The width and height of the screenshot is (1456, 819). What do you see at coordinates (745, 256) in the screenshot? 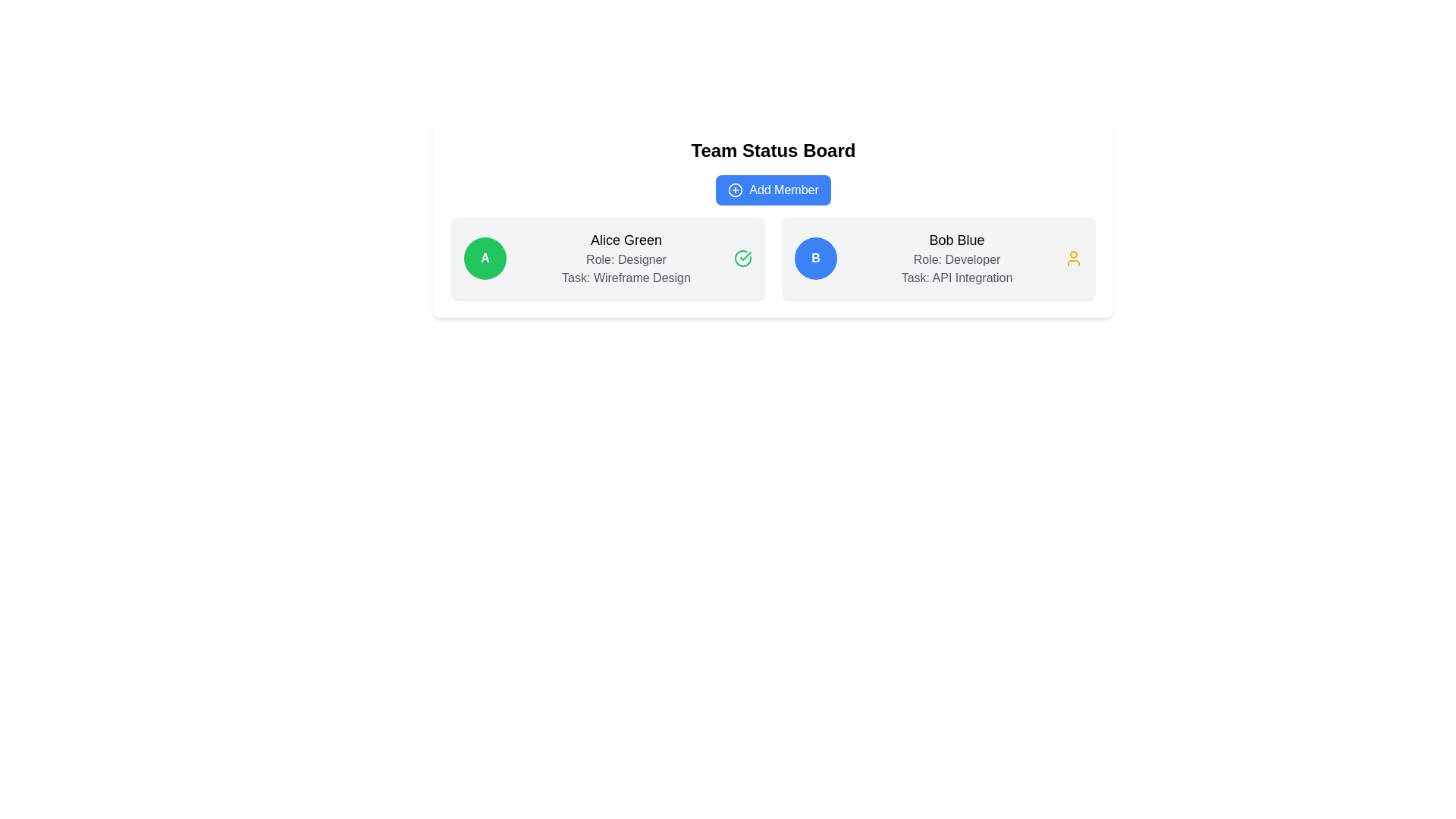
I see `the checkmark icon indicating 'verified' status located in the upper-right corner of the card associated with 'Alice Green'` at bounding box center [745, 256].